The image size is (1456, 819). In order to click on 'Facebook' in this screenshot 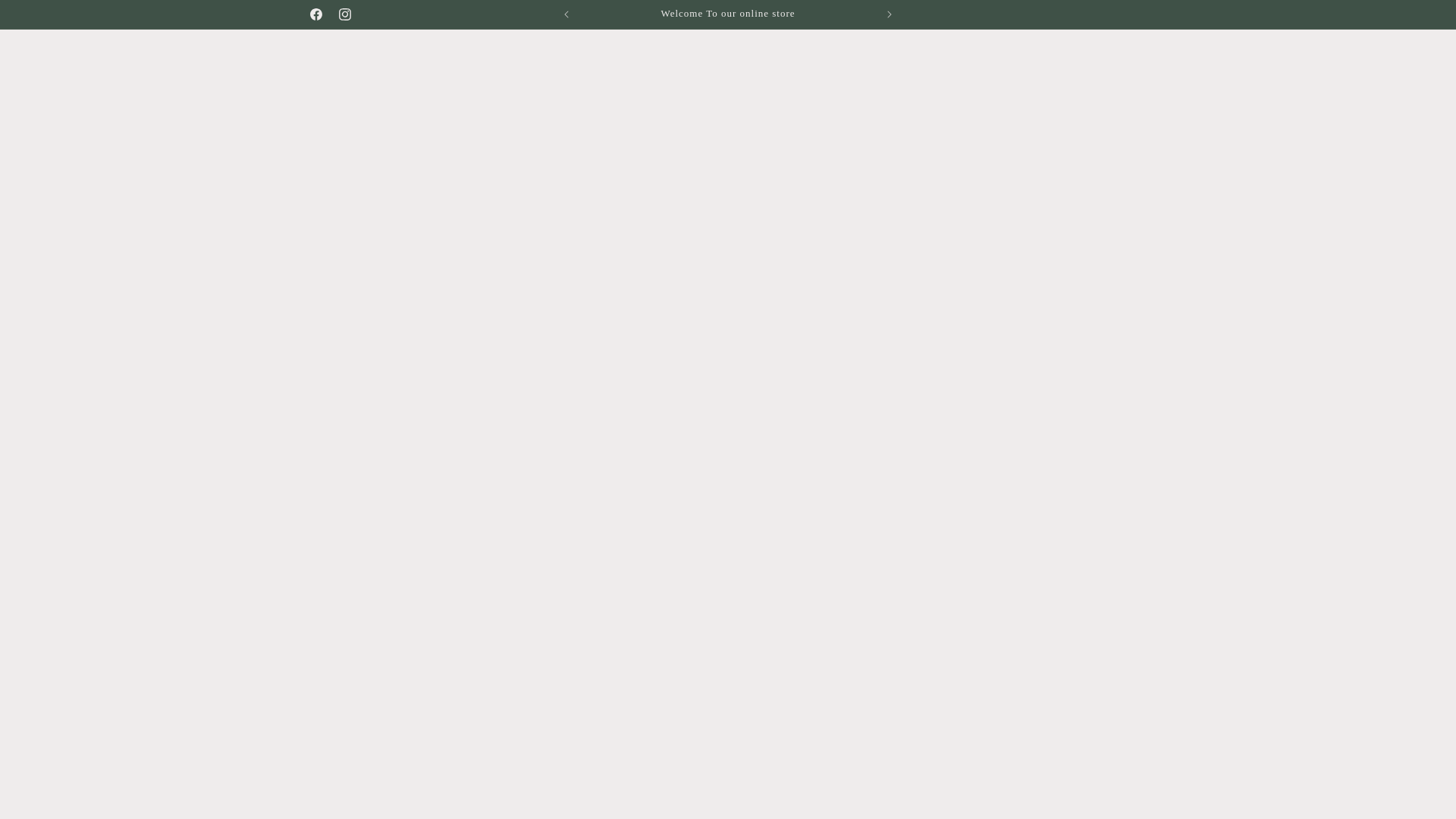, I will do `click(315, 14)`.